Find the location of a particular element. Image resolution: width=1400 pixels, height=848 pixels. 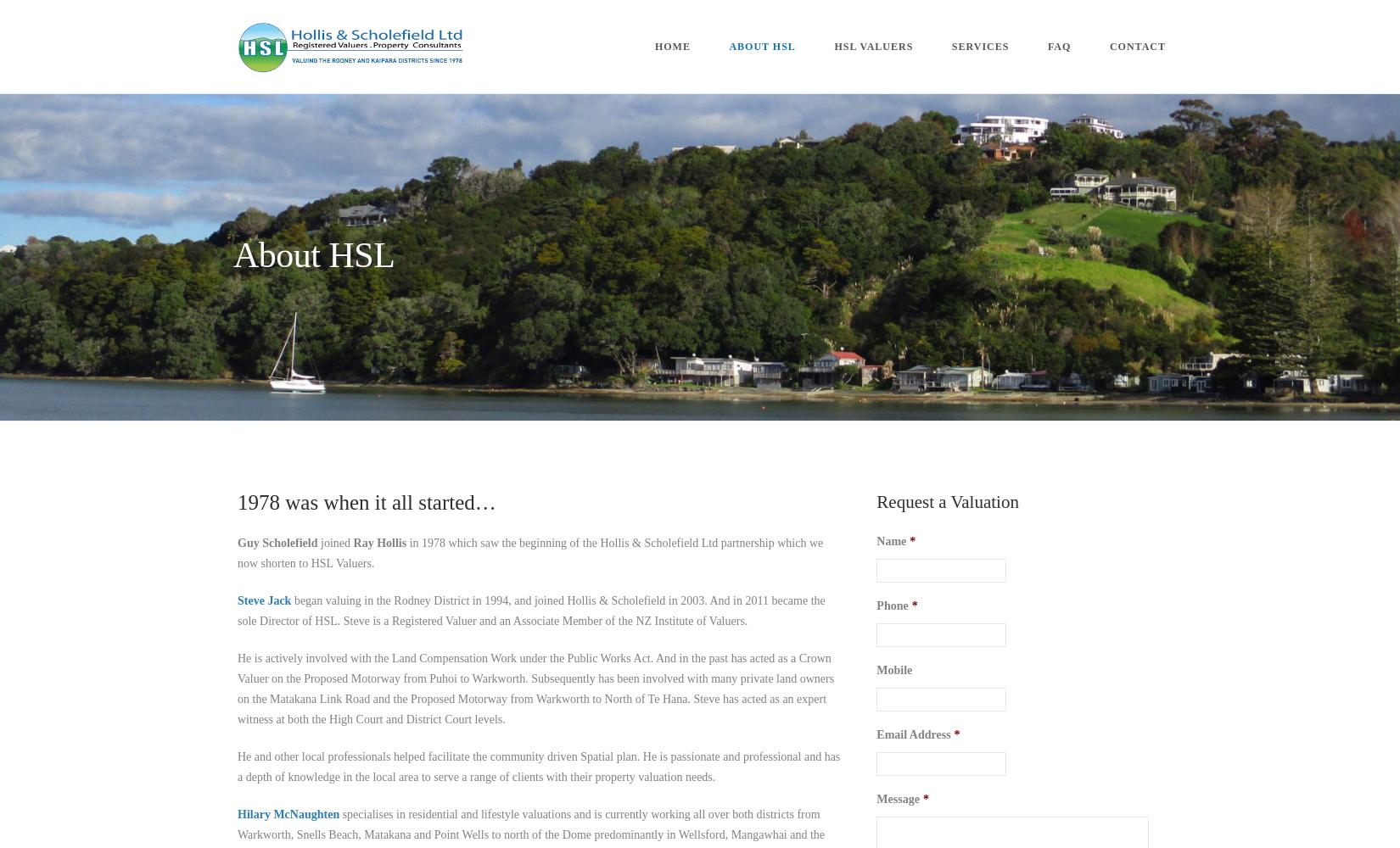

'Services' is located at coordinates (980, 47).